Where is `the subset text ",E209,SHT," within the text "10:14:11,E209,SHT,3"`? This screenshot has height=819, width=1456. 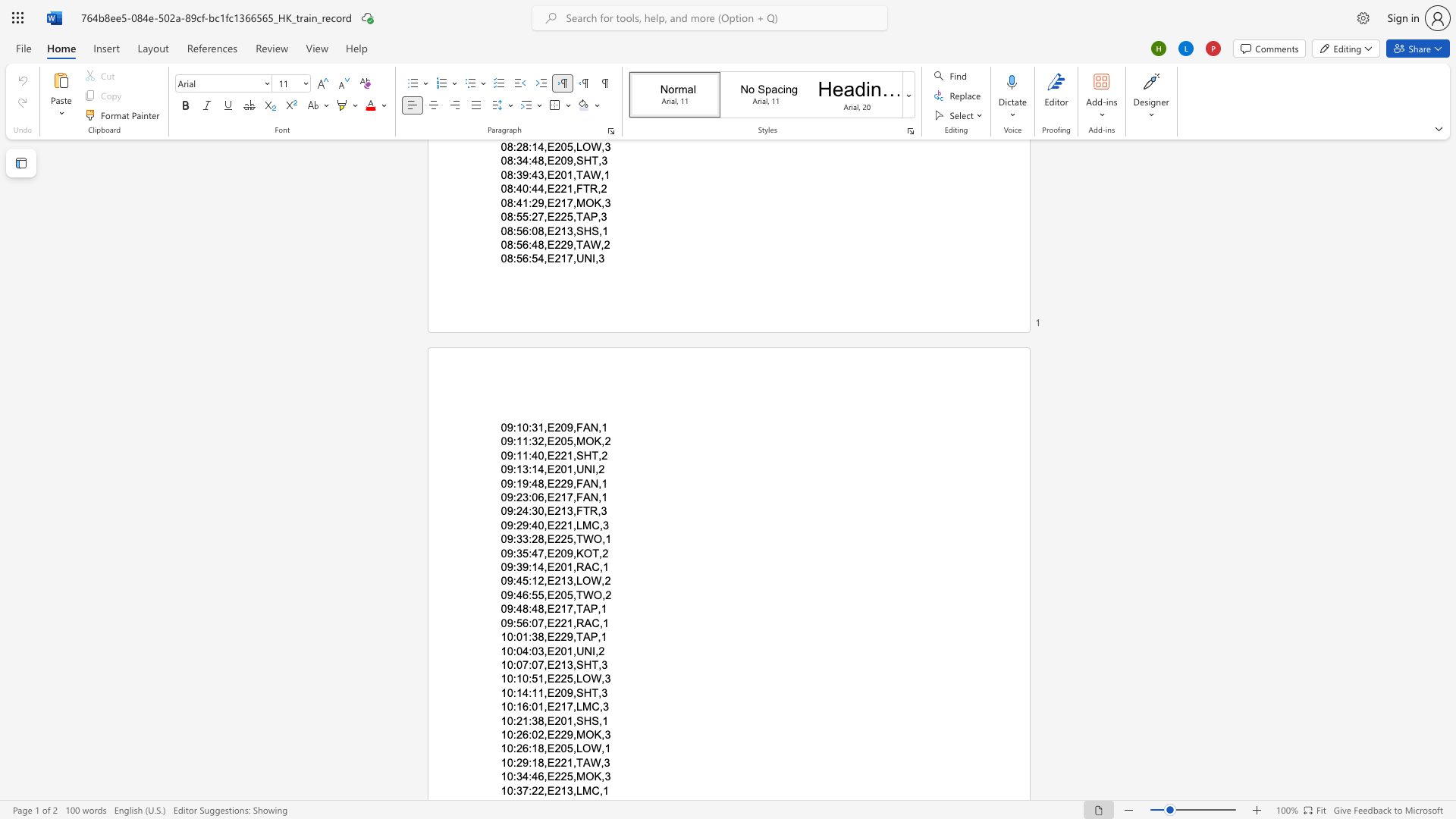
the subset text ",E209,SHT," within the text "10:14:11,E209,SHT,3" is located at coordinates (544, 692).